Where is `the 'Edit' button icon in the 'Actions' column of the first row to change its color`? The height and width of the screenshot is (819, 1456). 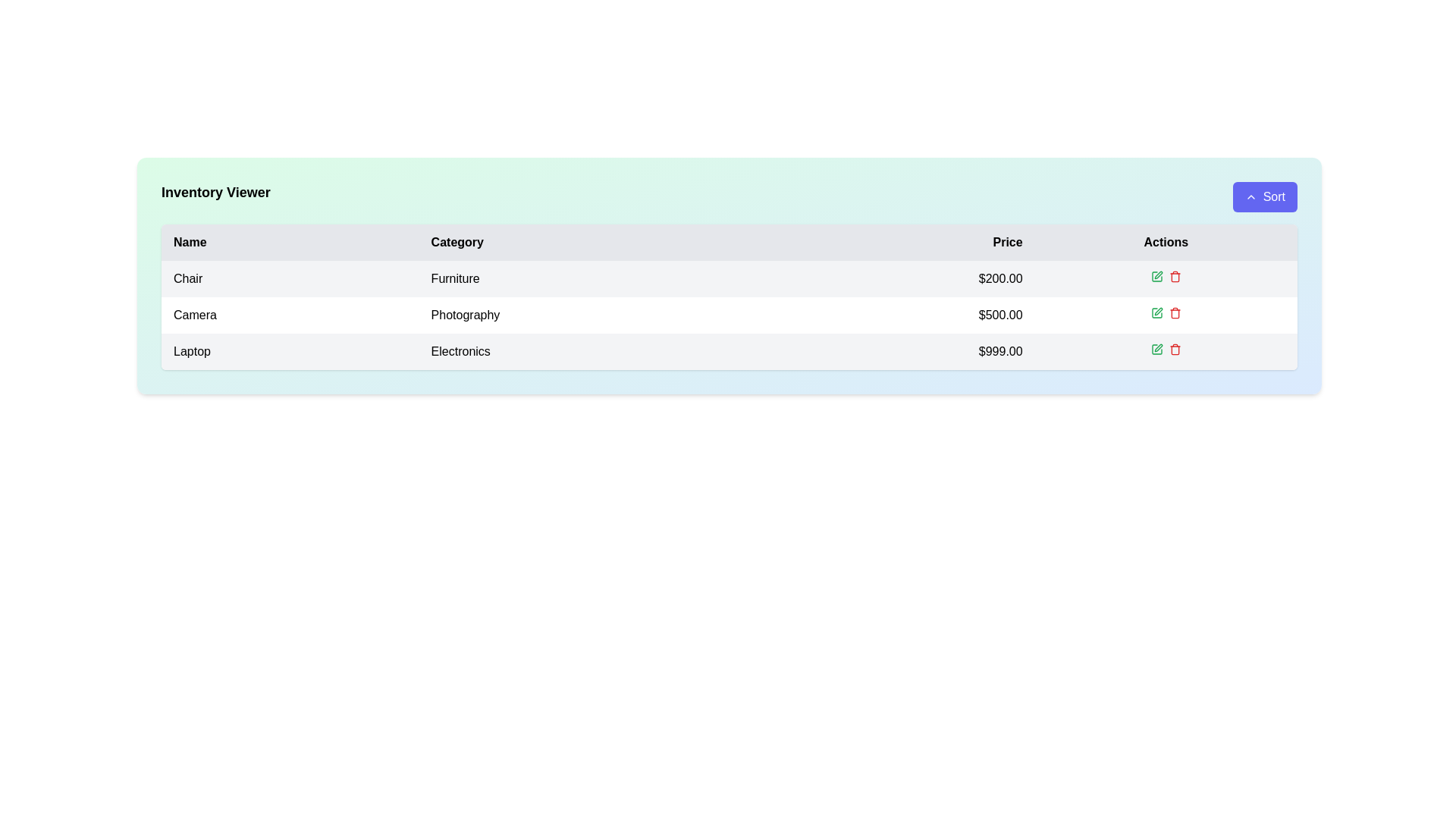
the 'Edit' button icon in the 'Actions' column of the first row to change its color is located at coordinates (1156, 277).